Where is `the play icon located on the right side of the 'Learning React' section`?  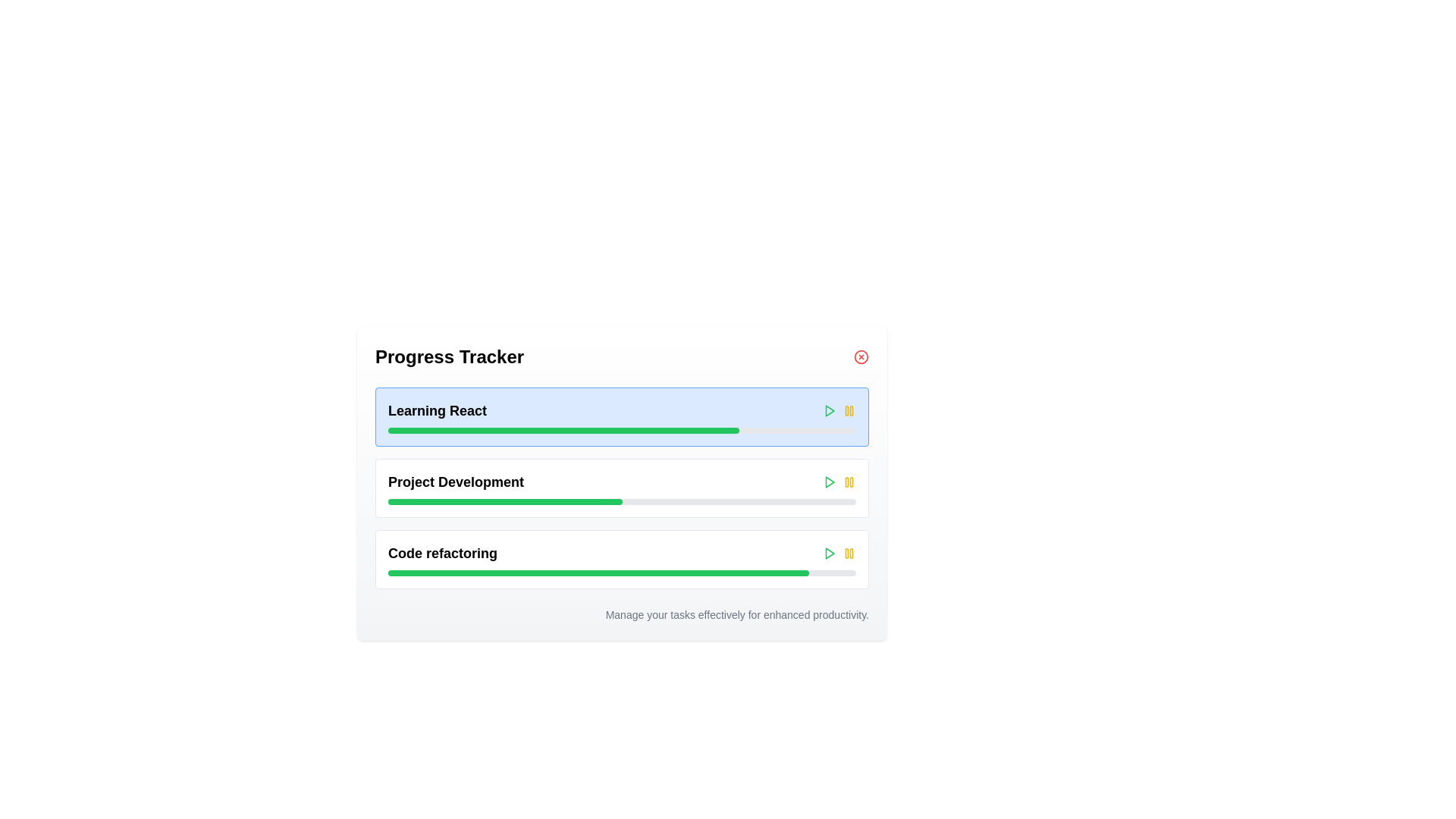 the play icon located on the right side of the 'Learning React' section is located at coordinates (829, 482).